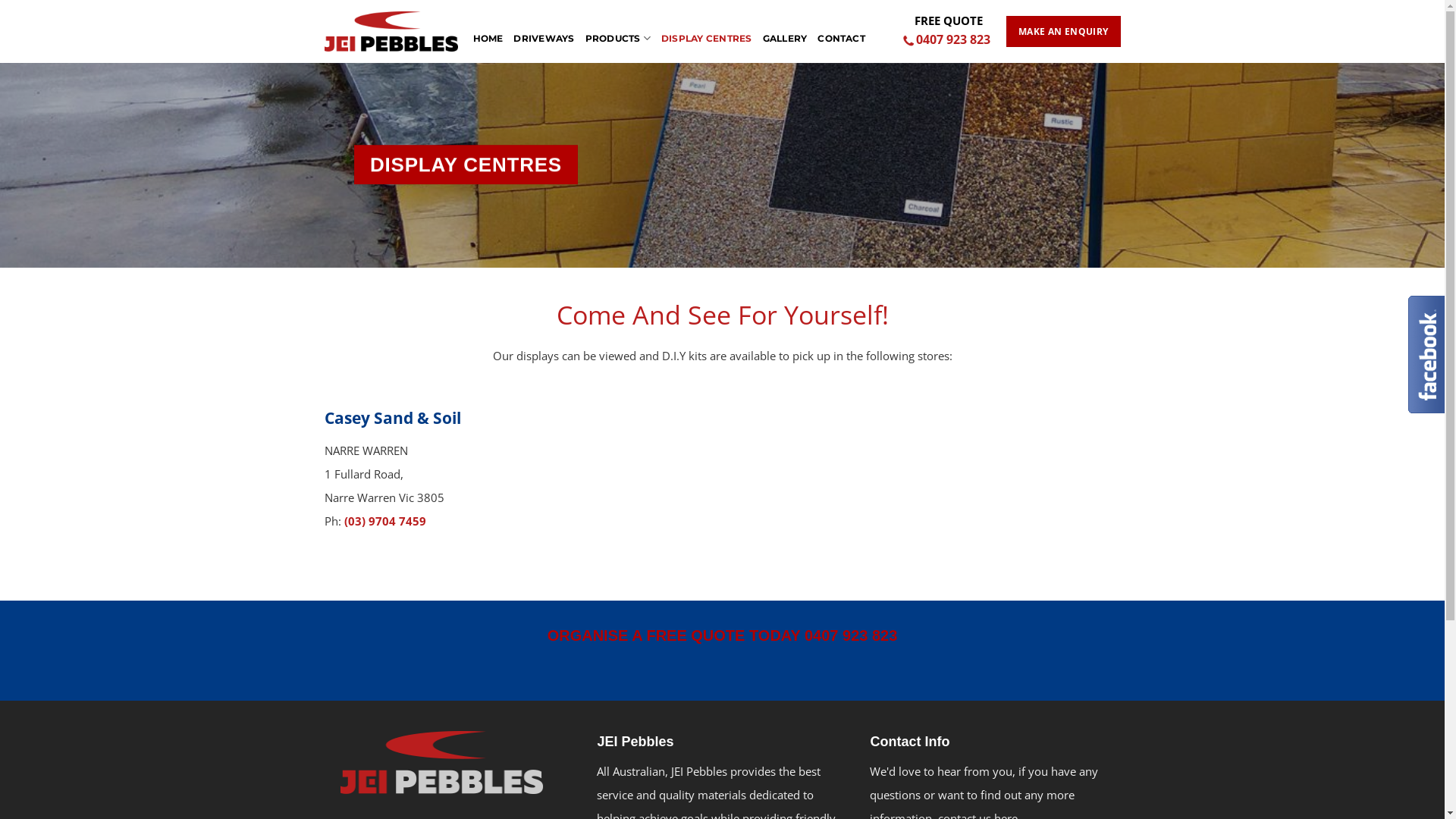 This screenshot has width=1456, height=819. I want to click on 'DRIVEWAYS', so click(543, 30).